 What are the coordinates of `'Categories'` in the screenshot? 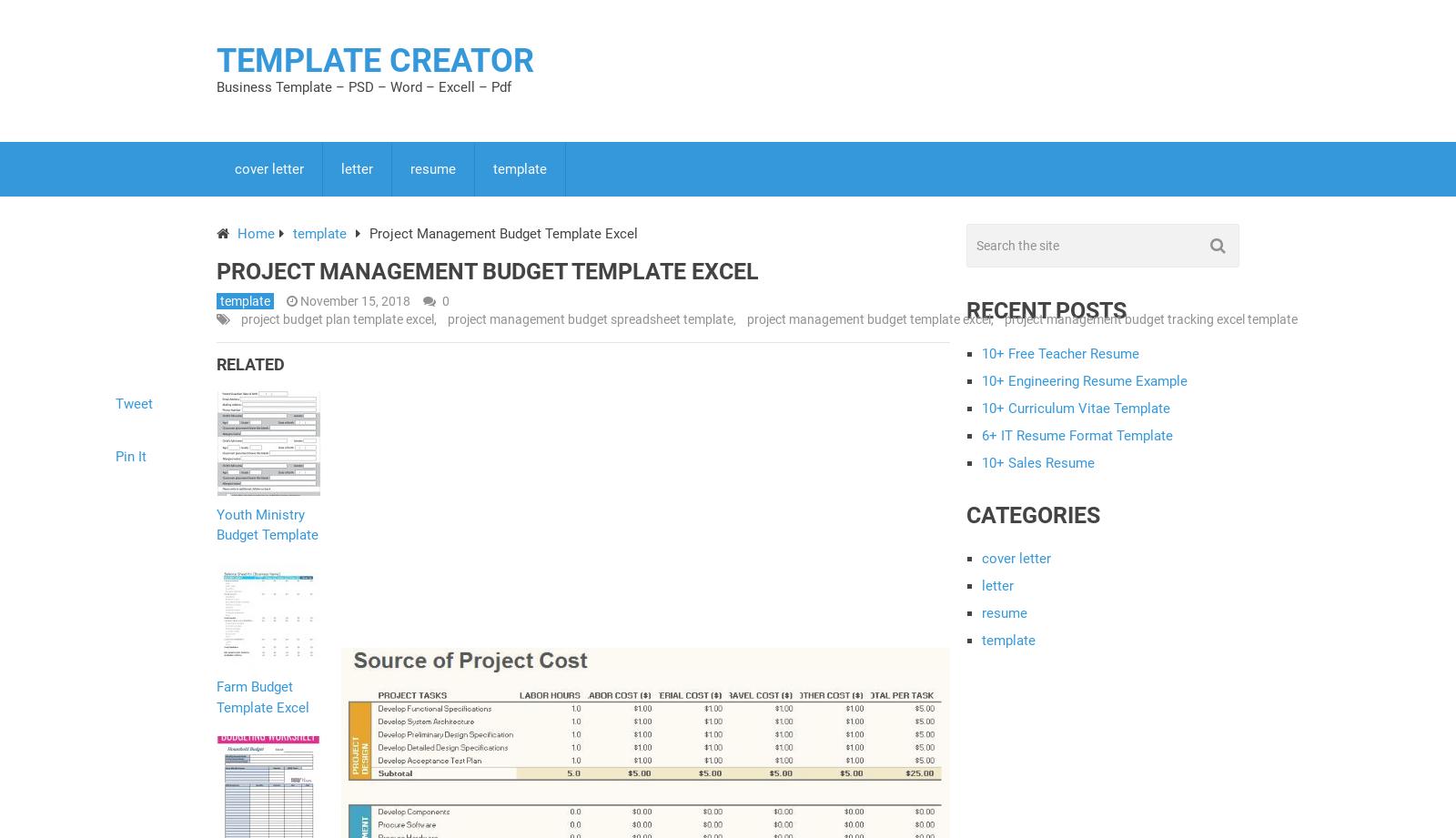 It's located at (966, 513).